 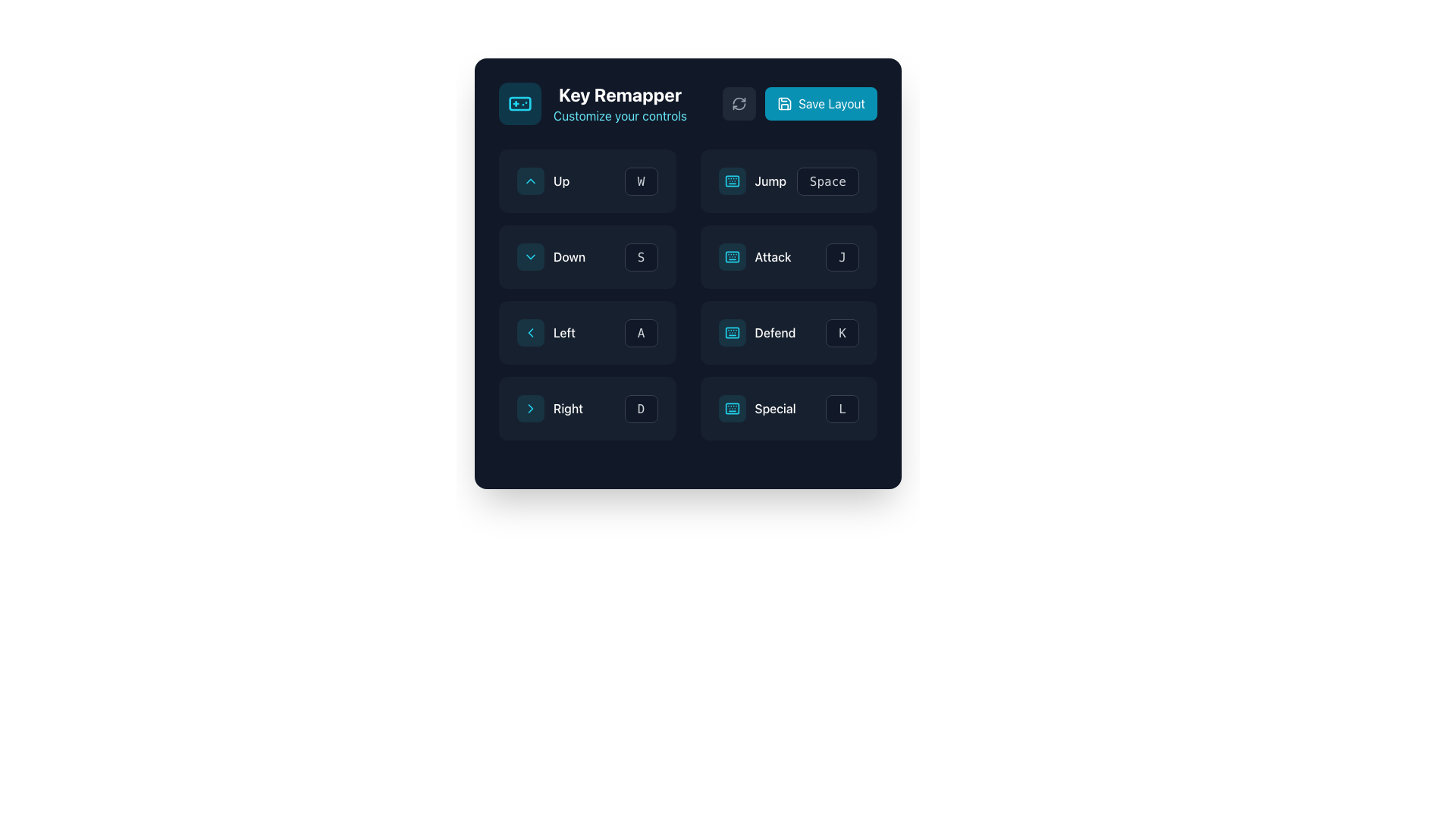 I want to click on the 'Jump' action button, which is represented by a keyboard icon, located in the top-right section of the control mapping interface for visual feedback, so click(x=752, y=180).